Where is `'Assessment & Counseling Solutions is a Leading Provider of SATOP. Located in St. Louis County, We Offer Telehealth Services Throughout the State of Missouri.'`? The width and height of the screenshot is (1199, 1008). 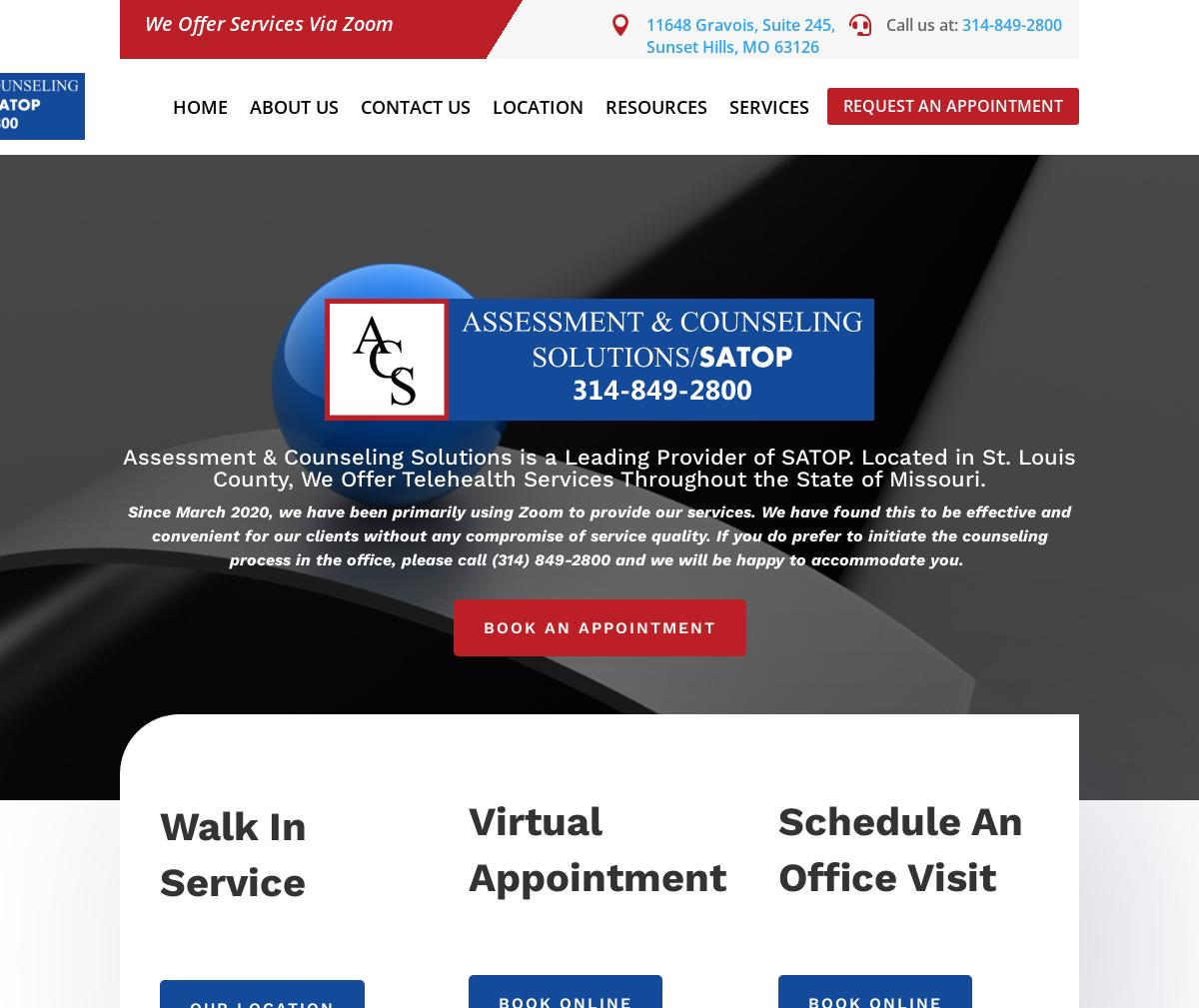 'Assessment & Counseling Solutions is a Leading Provider of SATOP. Located in St. Louis County, We Offer Telehealth Services Throughout the State of Missouri.' is located at coordinates (599, 467).